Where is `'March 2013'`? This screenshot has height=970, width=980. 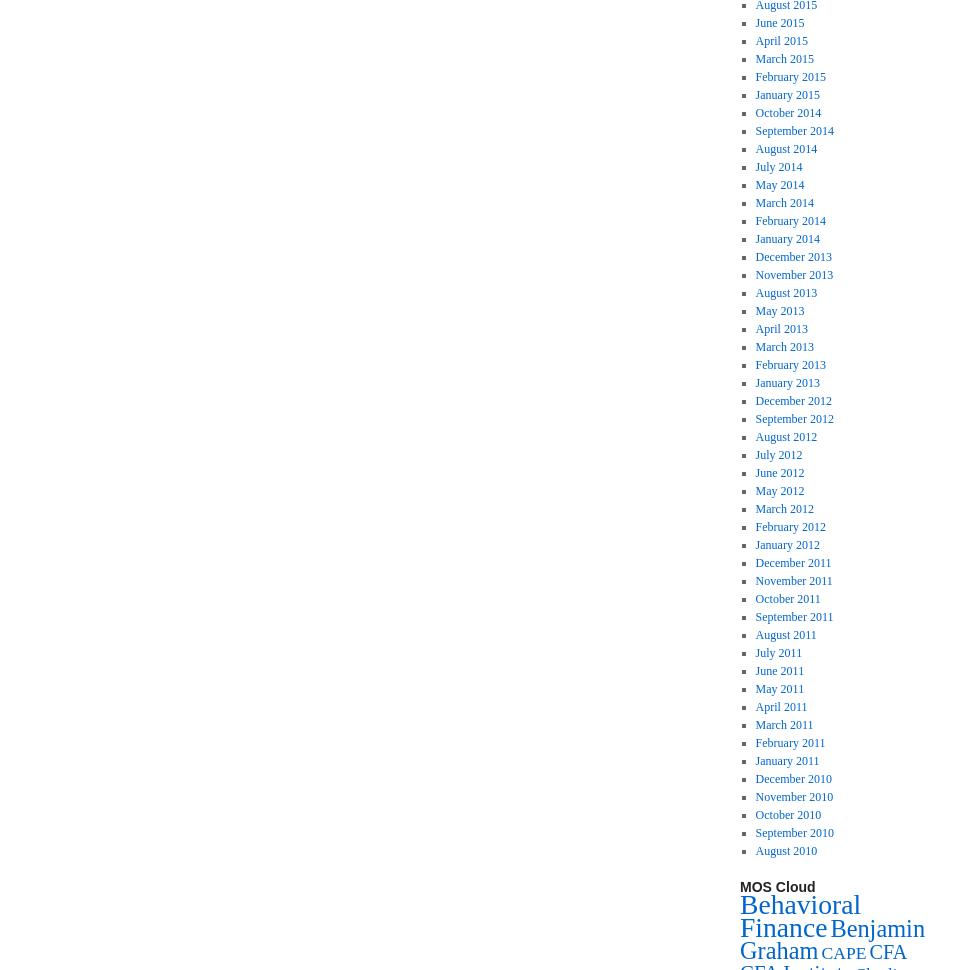 'March 2013' is located at coordinates (784, 345).